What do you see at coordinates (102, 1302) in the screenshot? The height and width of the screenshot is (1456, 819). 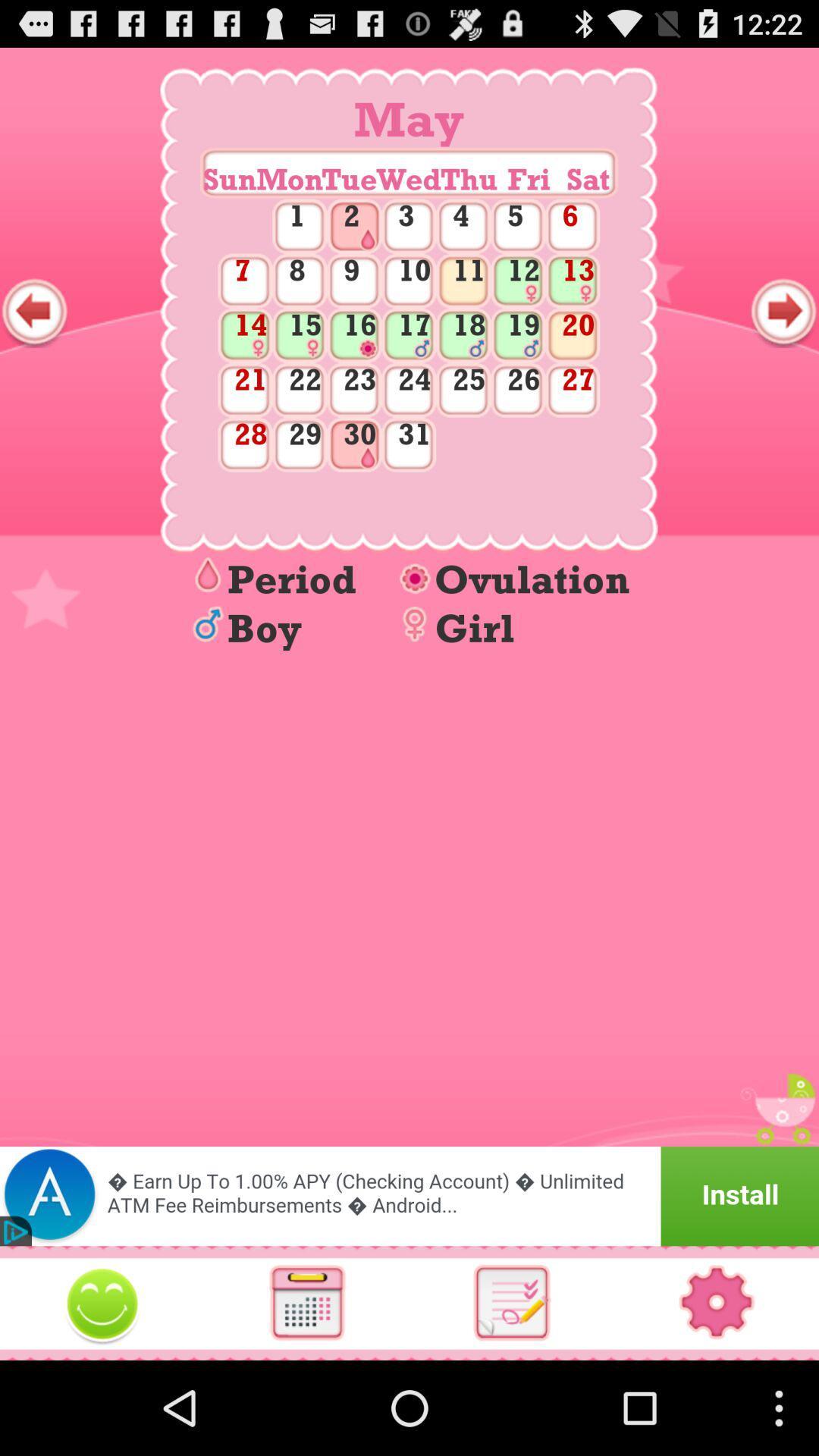 I see `show favorites` at bounding box center [102, 1302].